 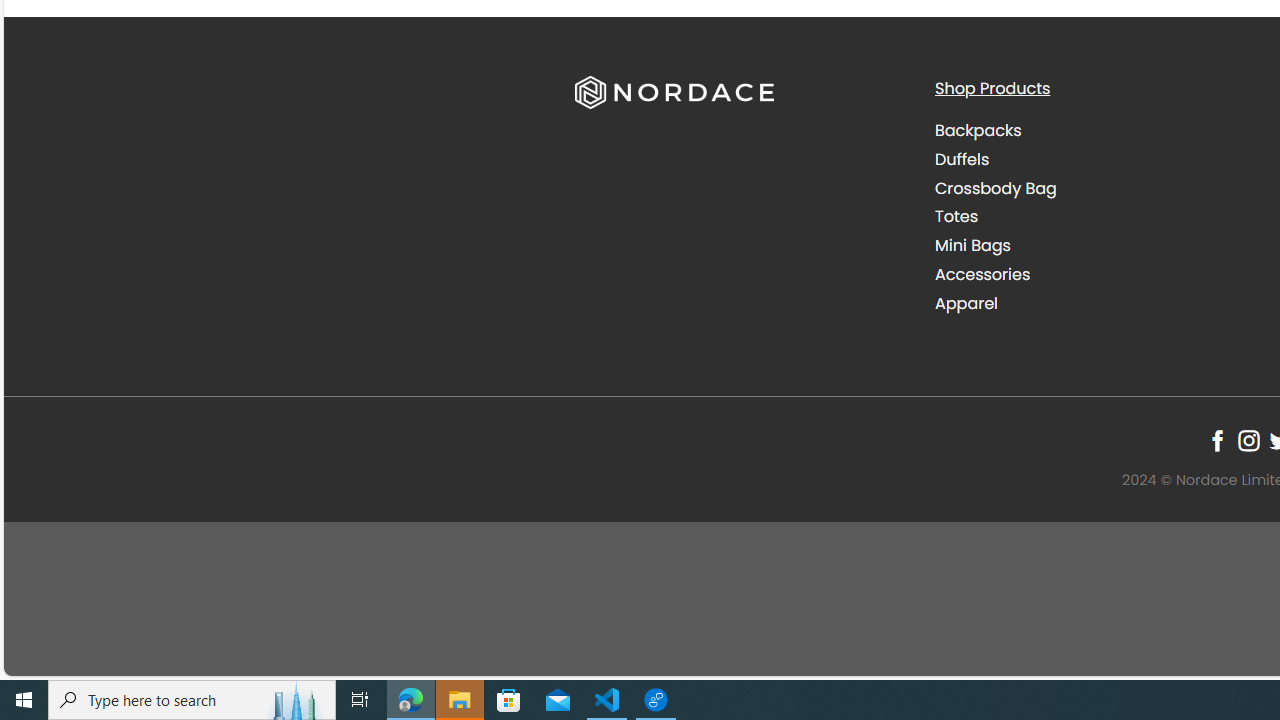 I want to click on 'Backpacks', so click(x=1098, y=131).